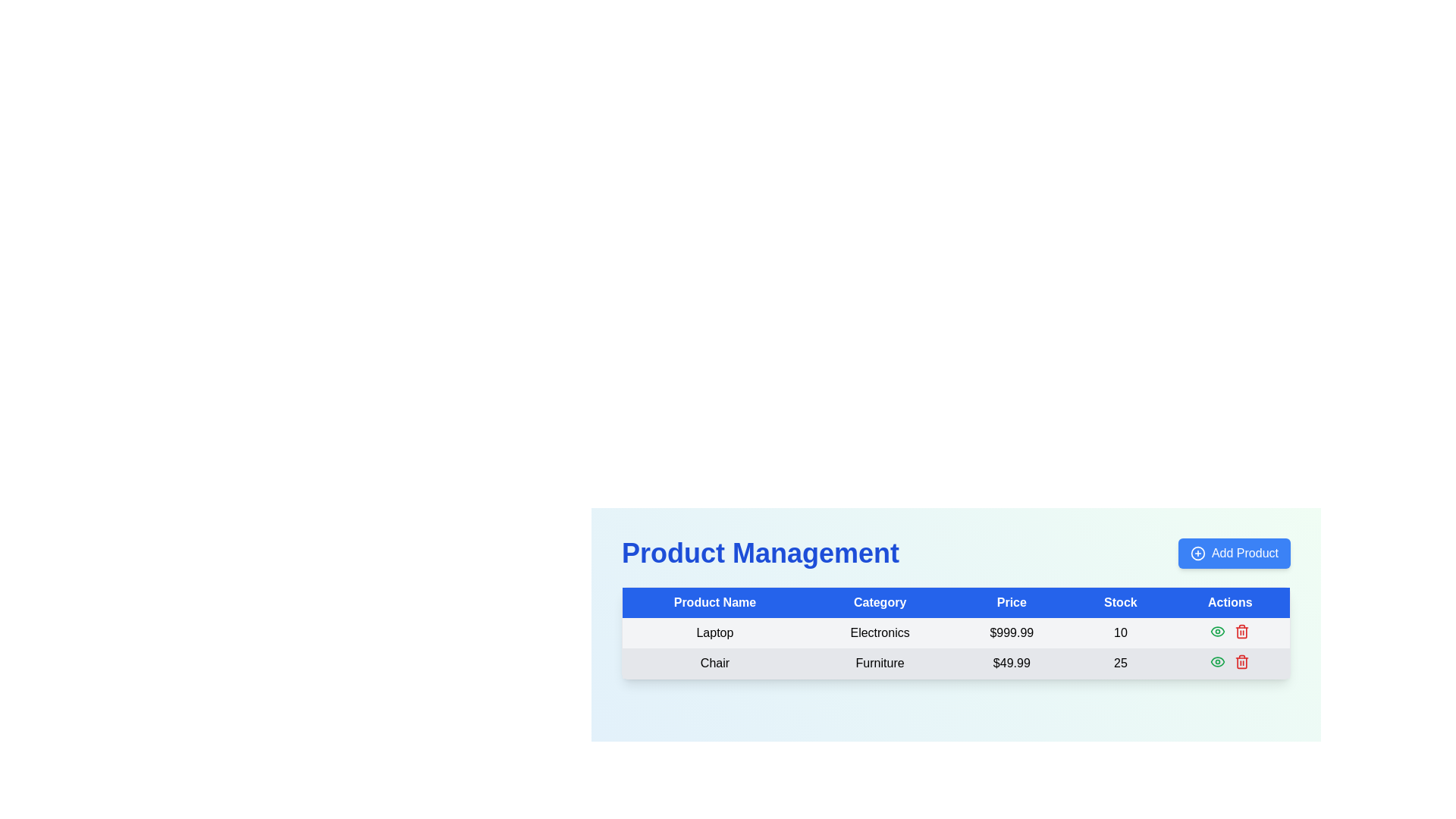 The height and width of the screenshot is (819, 1456). Describe the element at coordinates (714, 601) in the screenshot. I see `text of the 'Product Name' table header, which is a white rectangular label on a blue background located at the leftmost position of the header row` at that location.